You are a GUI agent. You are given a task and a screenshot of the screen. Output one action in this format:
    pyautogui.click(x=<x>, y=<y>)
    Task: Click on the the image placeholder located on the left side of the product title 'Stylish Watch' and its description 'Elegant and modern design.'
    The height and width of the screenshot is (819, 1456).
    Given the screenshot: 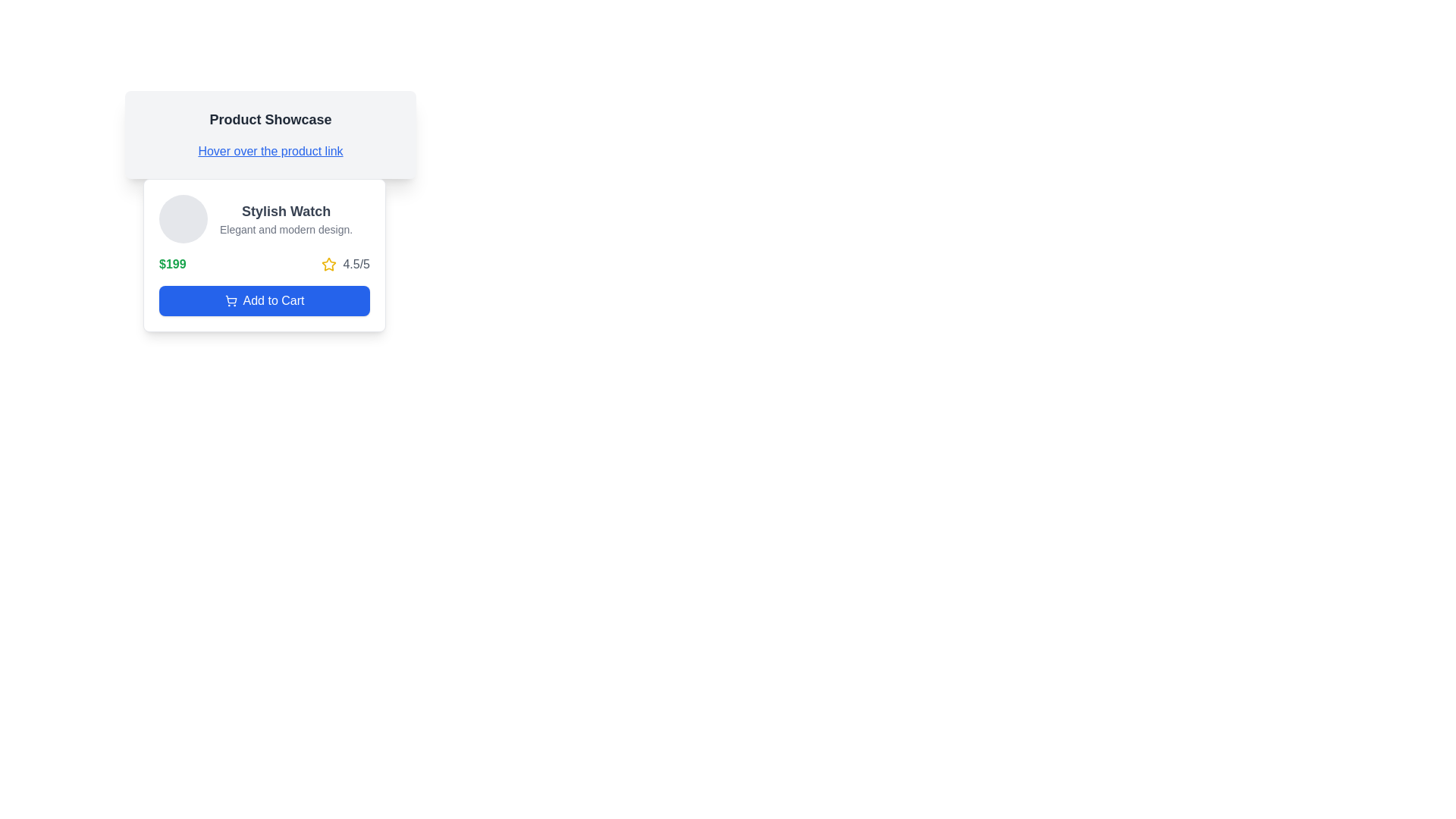 What is the action you would take?
    pyautogui.click(x=182, y=219)
    